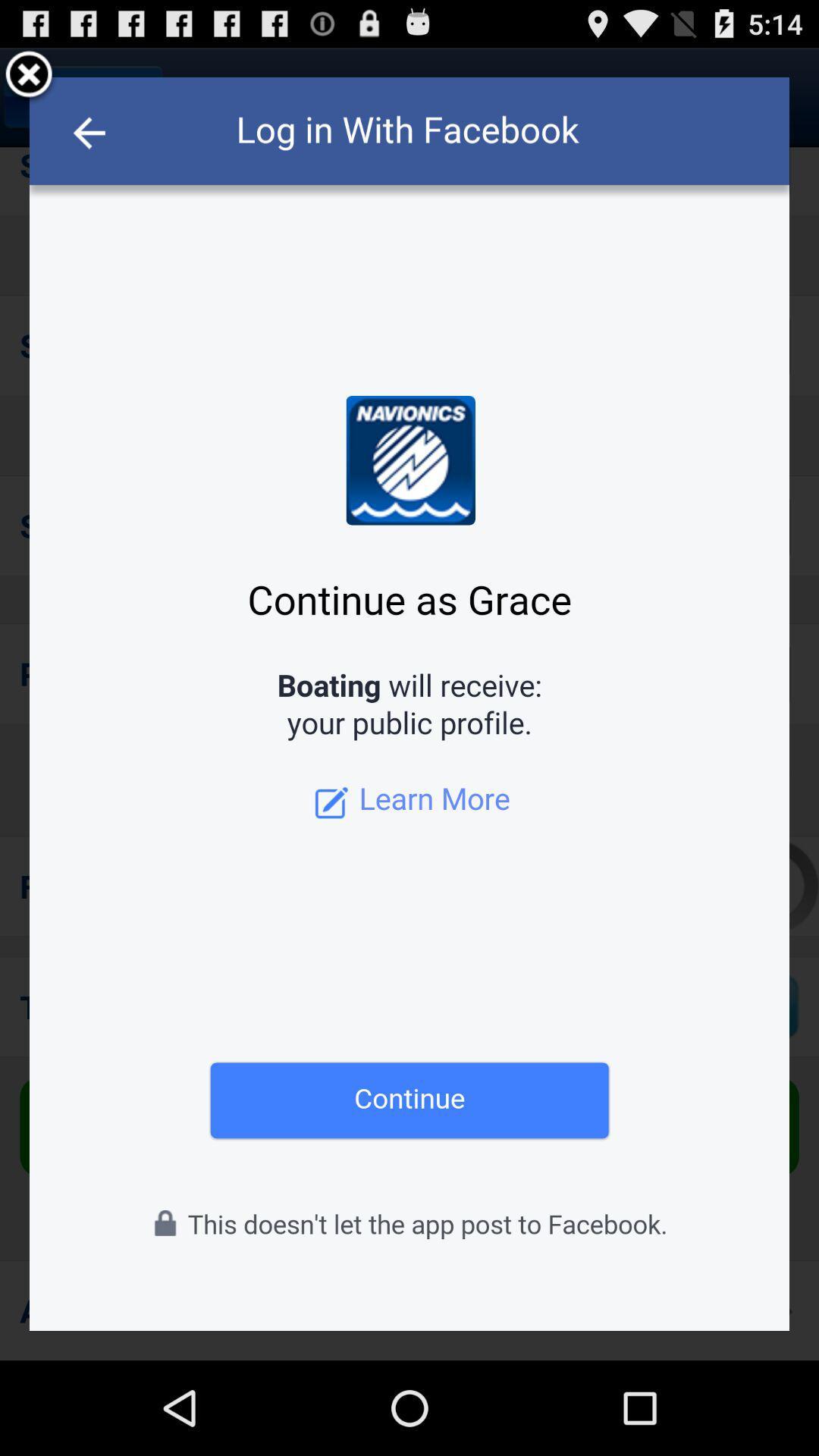 The width and height of the screenshot is (819, 1456). Describe the element at coordinates (29, 81) in the screenshot. I see `the close icon` at that location.